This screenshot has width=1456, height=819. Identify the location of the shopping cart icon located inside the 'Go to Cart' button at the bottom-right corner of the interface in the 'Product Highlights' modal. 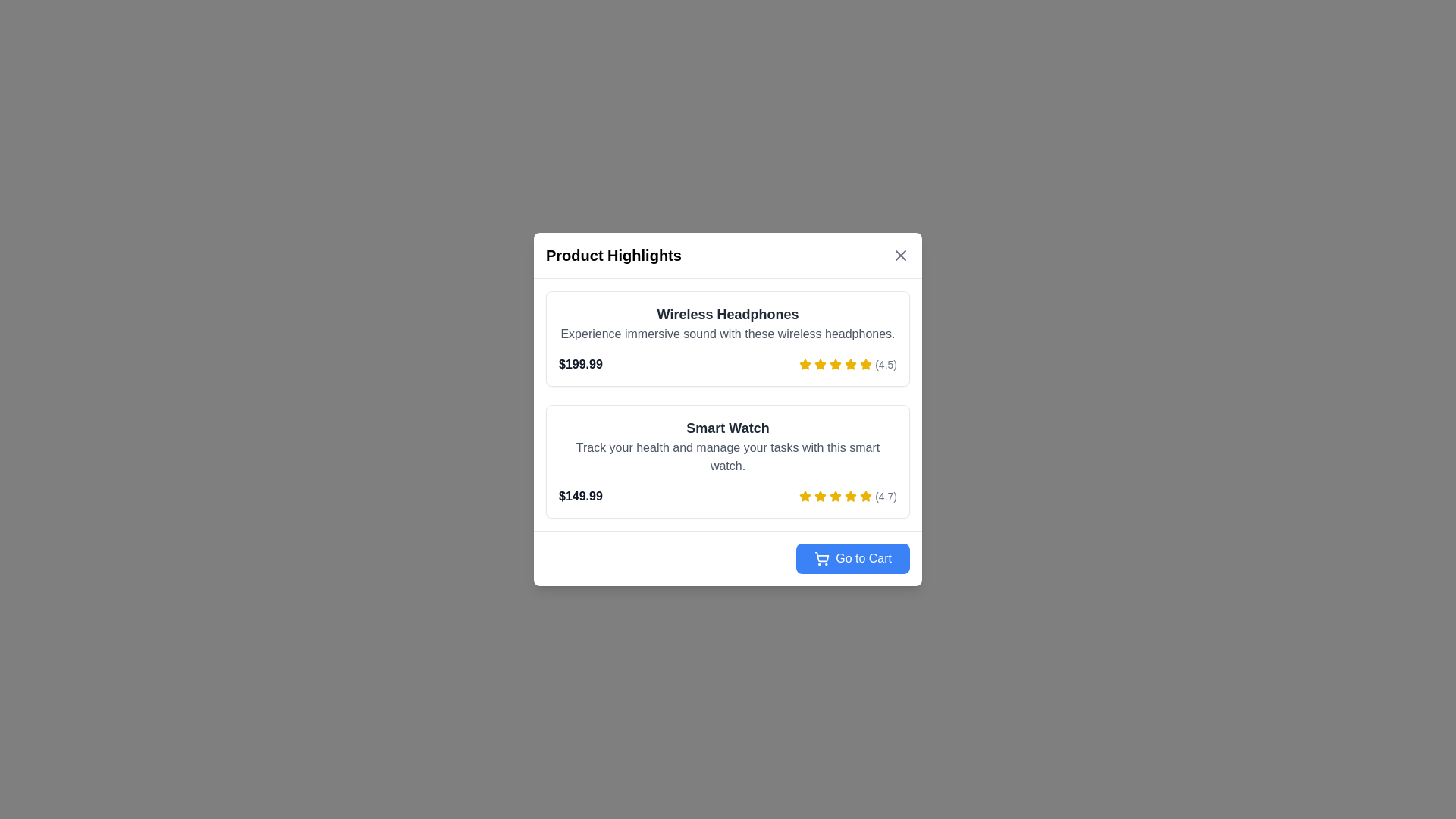
(821, 558).